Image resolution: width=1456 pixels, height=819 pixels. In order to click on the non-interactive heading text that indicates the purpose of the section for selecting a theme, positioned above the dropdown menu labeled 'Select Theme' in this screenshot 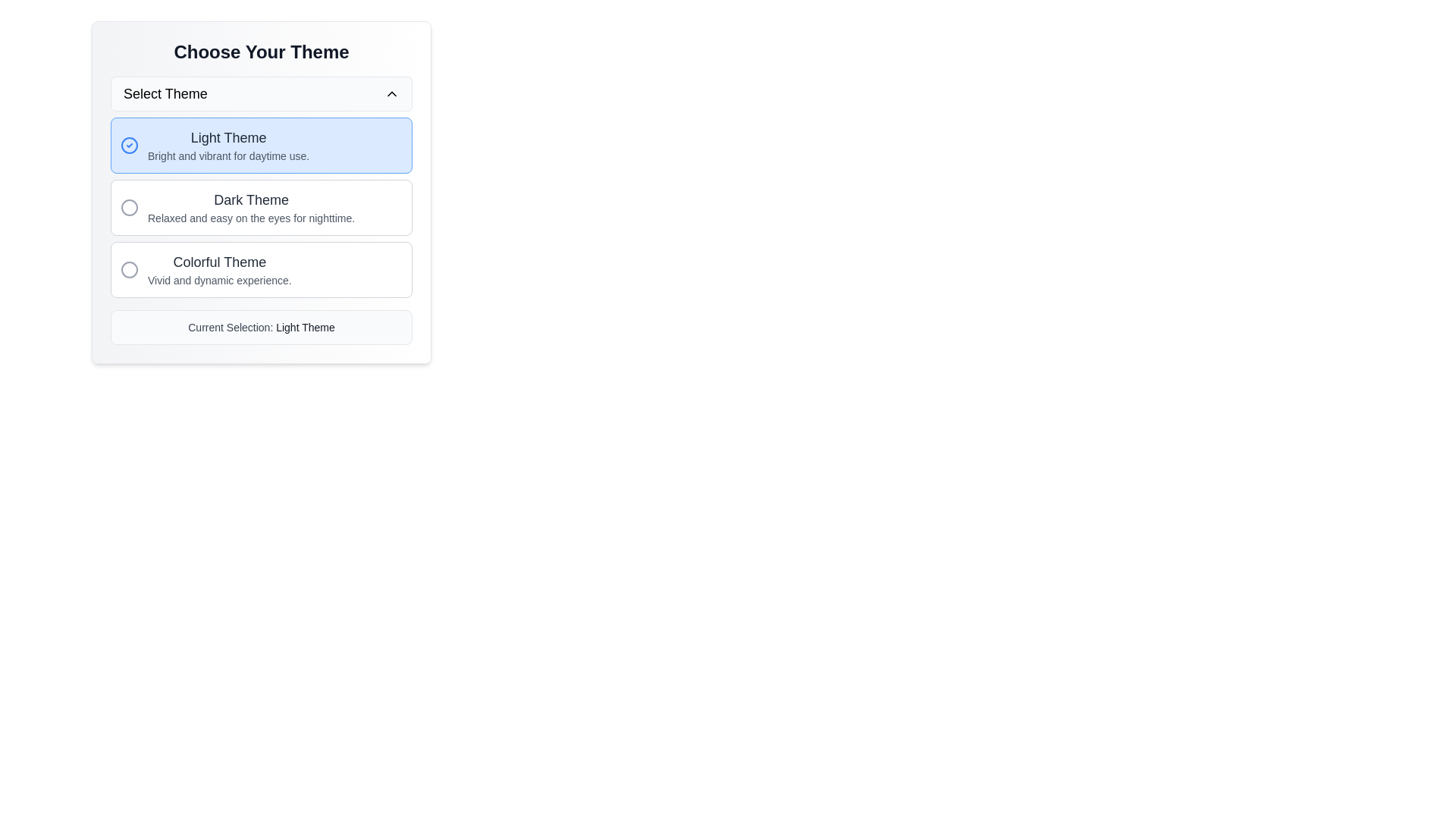, I will do `click(262, 52)`.